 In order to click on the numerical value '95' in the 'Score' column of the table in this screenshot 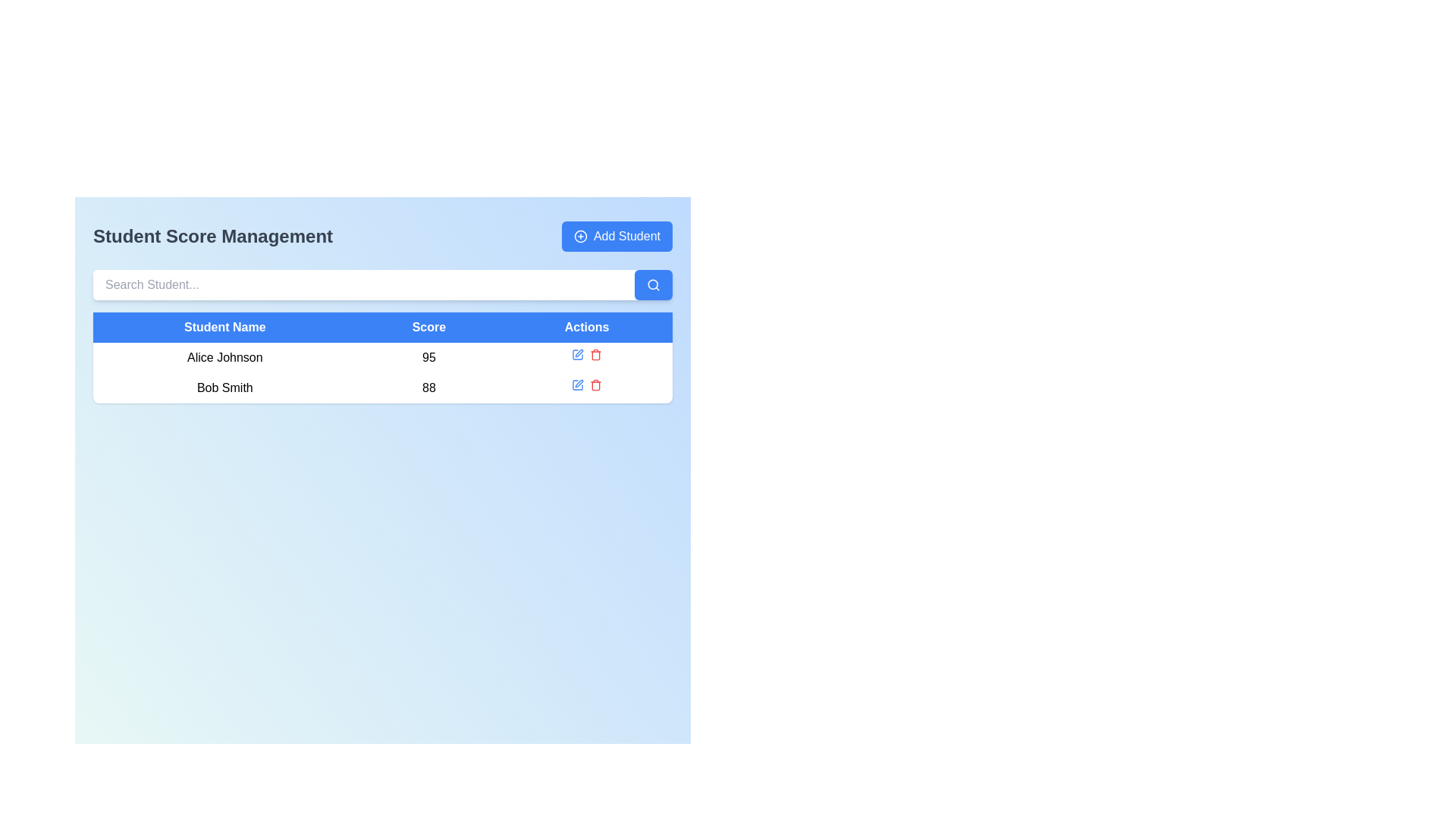, I will do `click(382, 357)`.